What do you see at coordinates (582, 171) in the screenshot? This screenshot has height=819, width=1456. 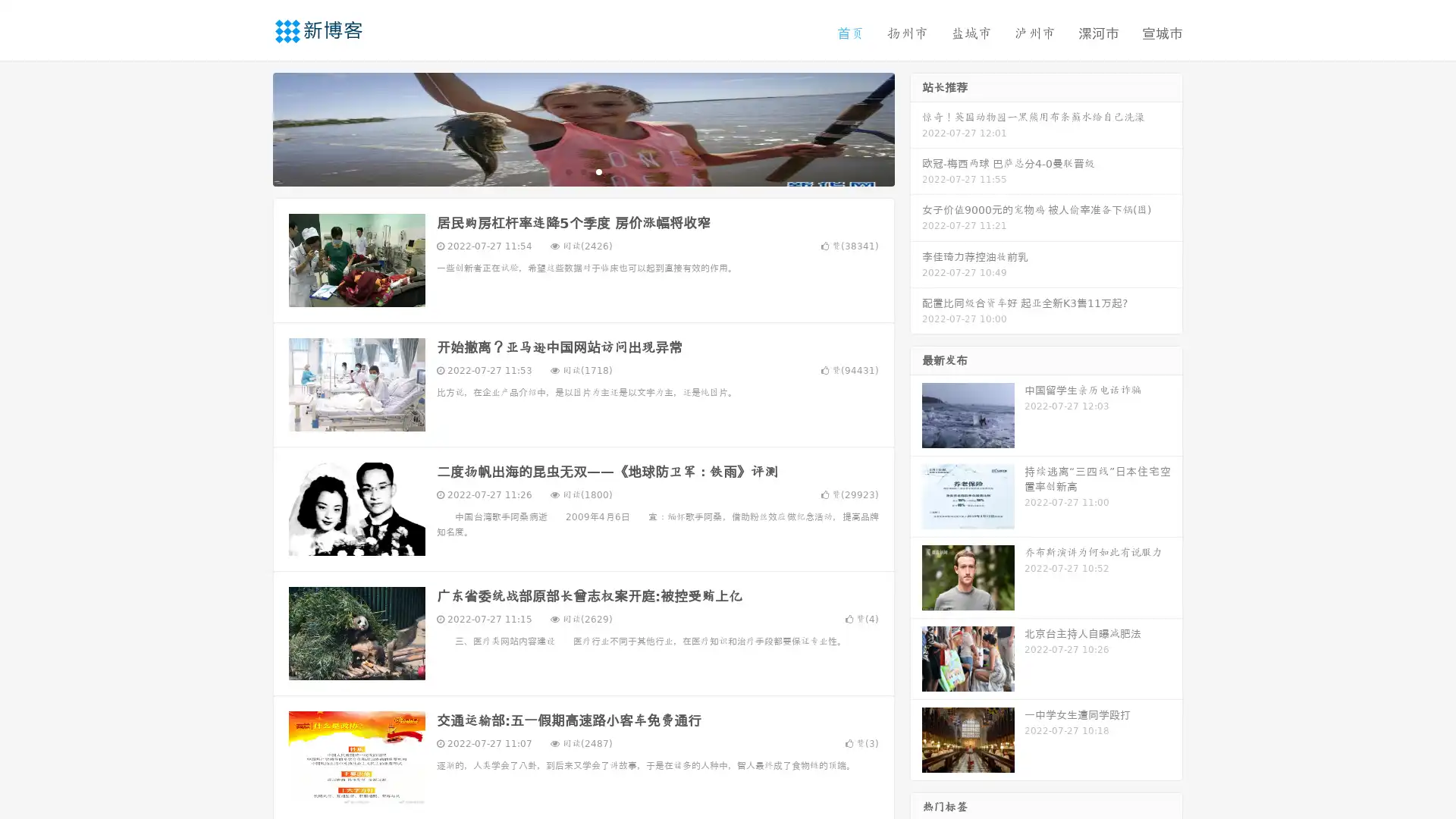 I see `Go to slide 2` at bounding box center [582, 171].